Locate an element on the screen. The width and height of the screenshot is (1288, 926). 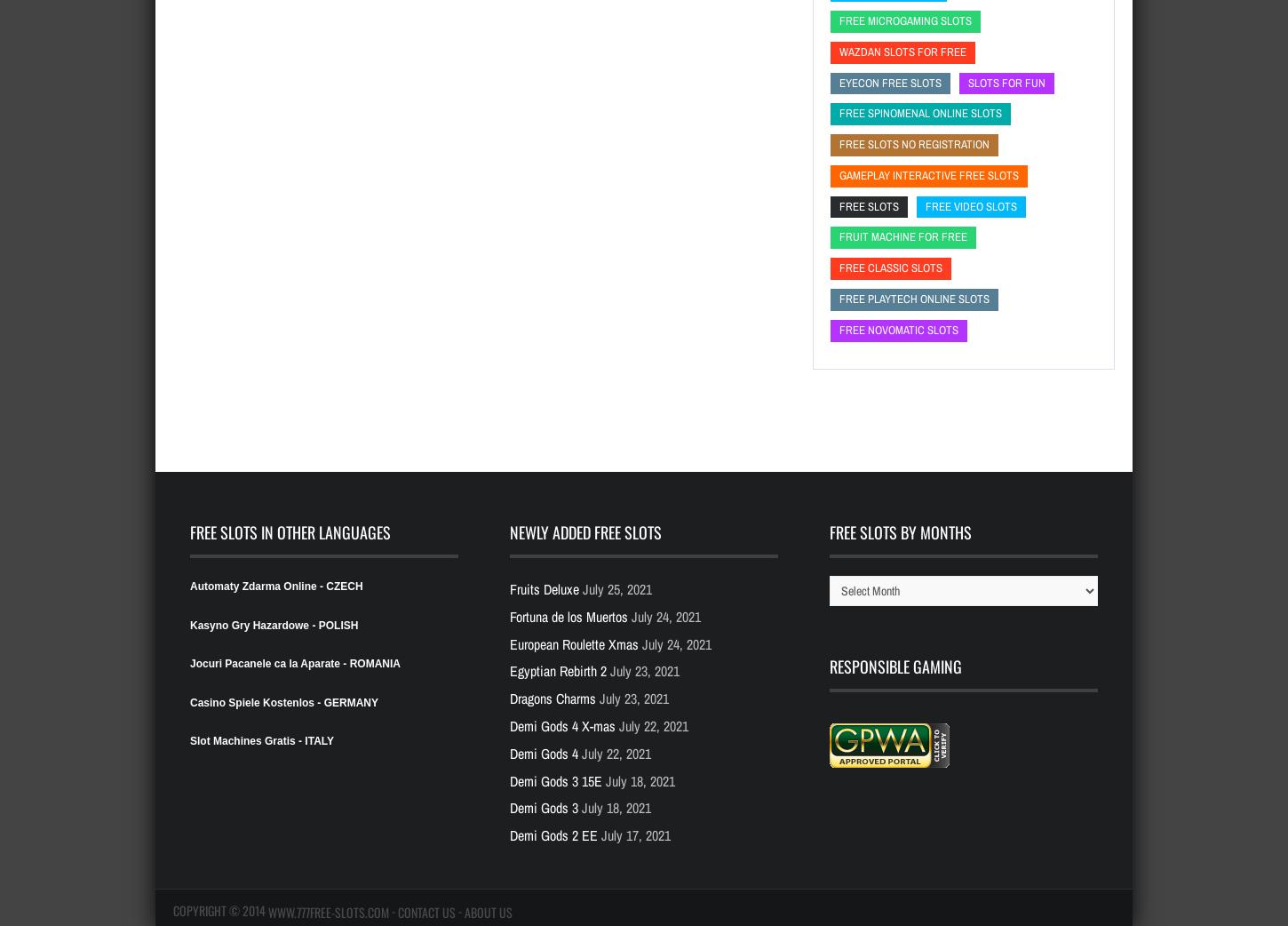
'Gameplay Interactive free slots' is located at coordinates (929, 173).